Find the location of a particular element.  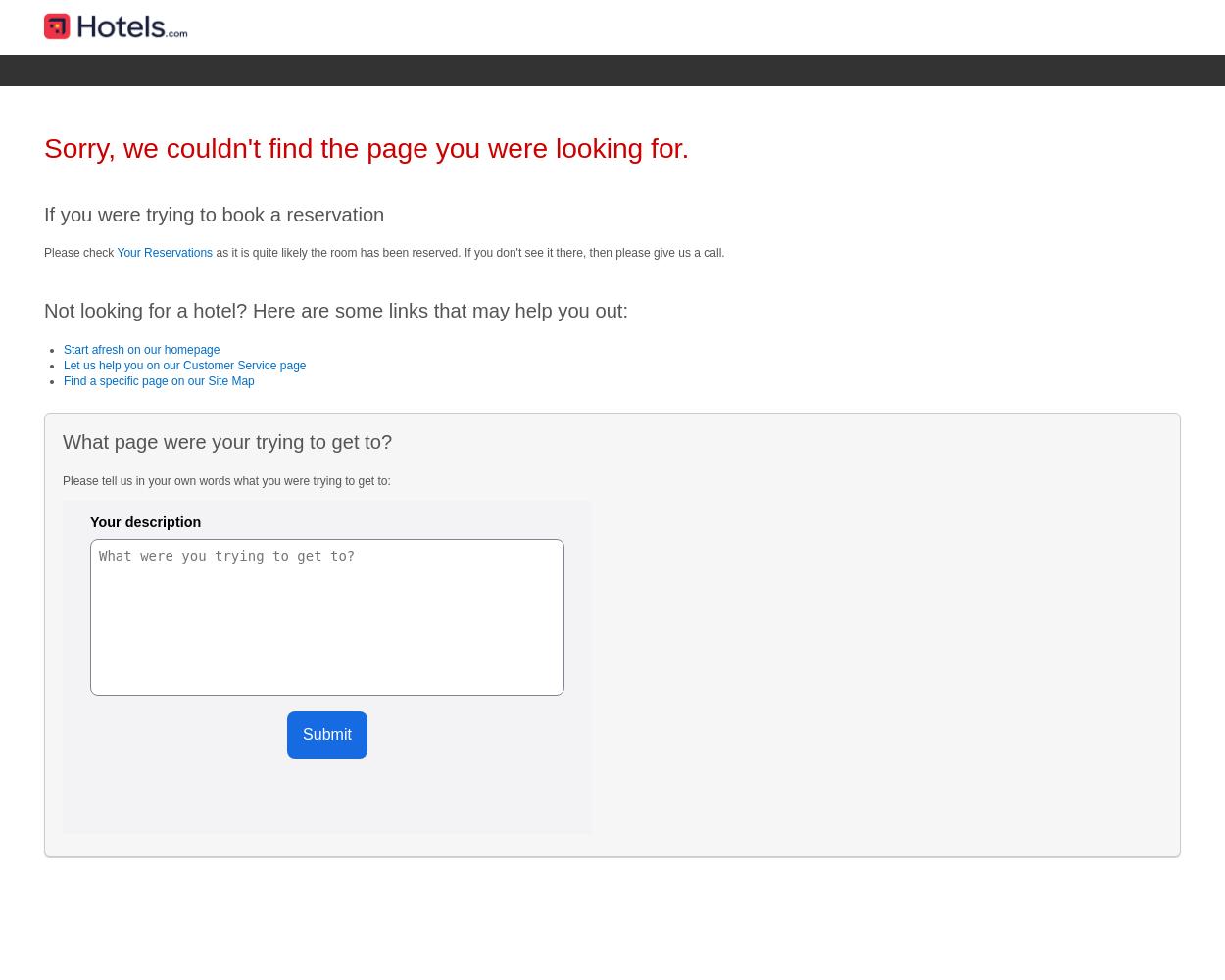

'Your Reservations' is located at coordinates (116, 252).